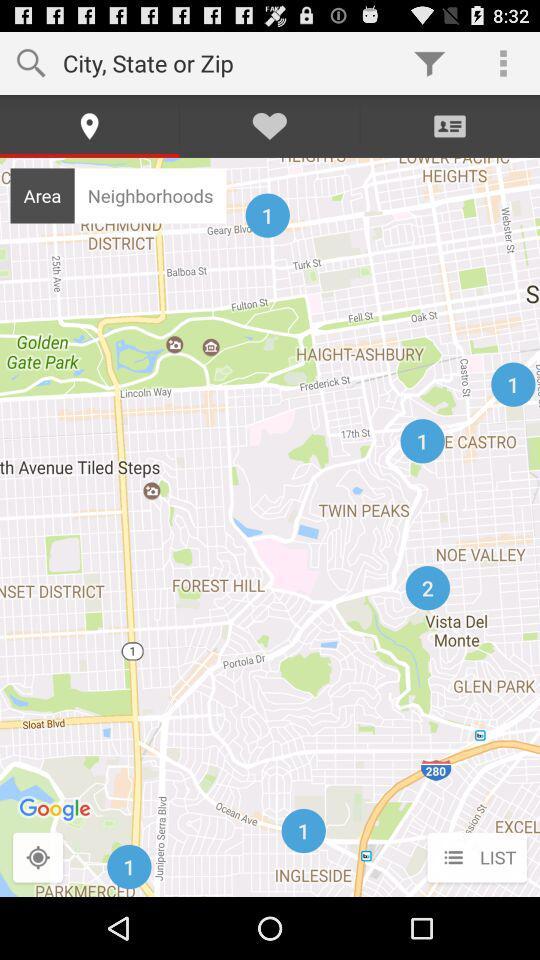  Describe the element at coordinates (38, 857) in the screenshot. I see `icon next to the list` at that location.